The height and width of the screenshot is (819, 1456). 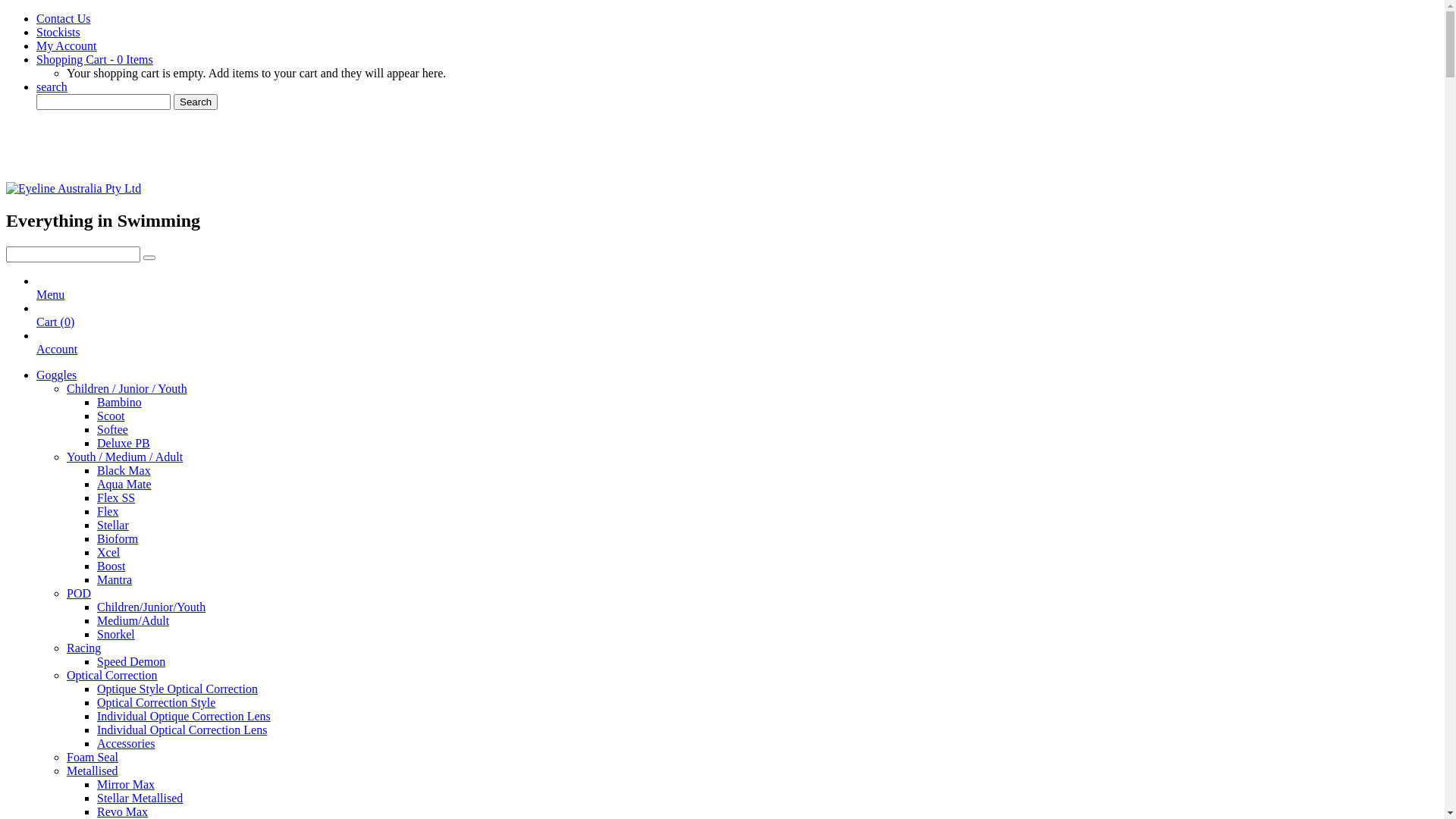 What do you see at coordinates (118, 401) in the screenshot?
I see `'Bambino'` at bounding box center [118, 401].